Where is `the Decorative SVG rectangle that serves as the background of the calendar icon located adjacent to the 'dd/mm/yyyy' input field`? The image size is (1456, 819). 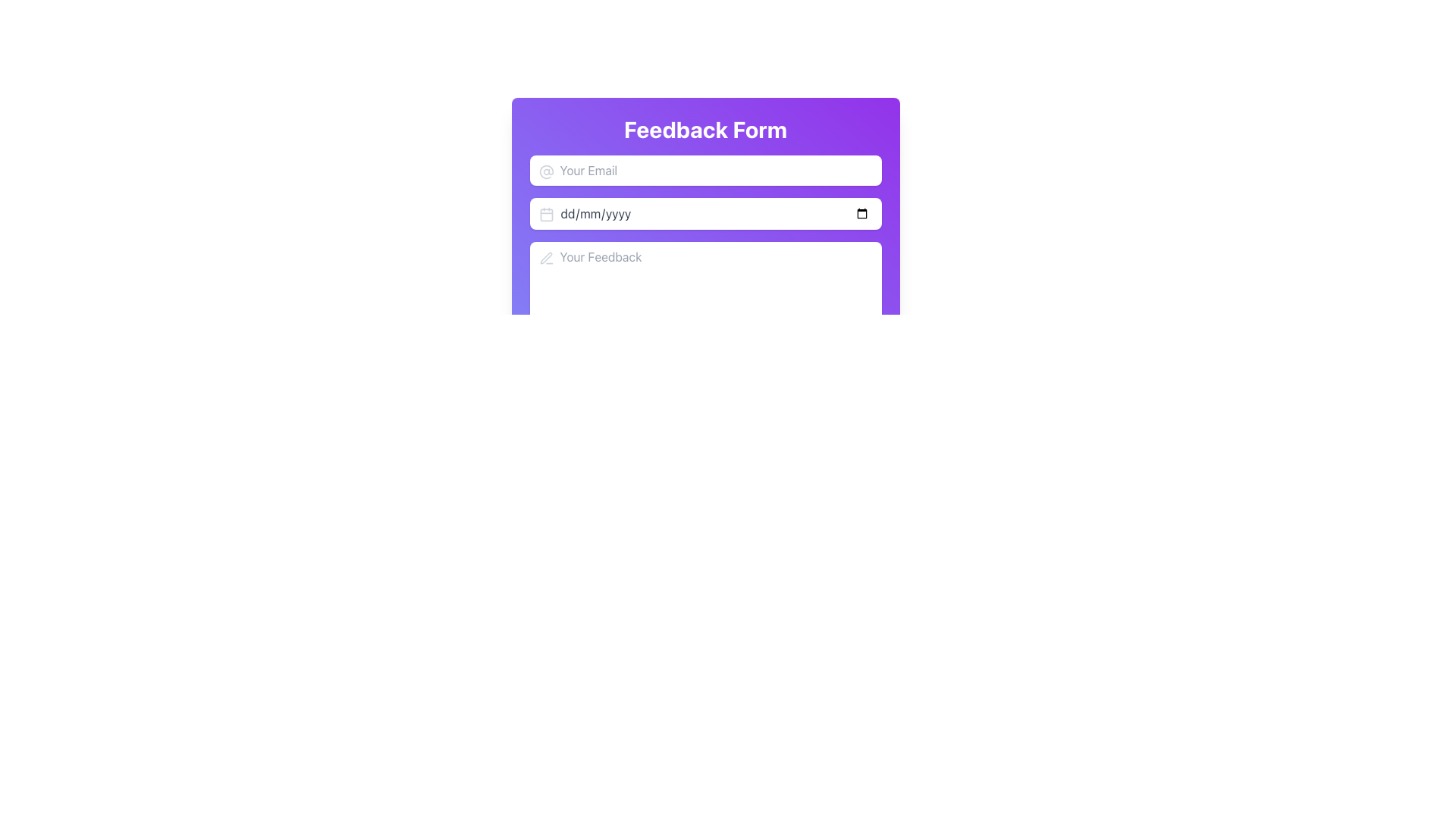 the Decorative SVG rectangle that serves as the background of the calendar icon located adjacent to the 'dd/mm/yyyy' input field is located at coordinates (546, 215).